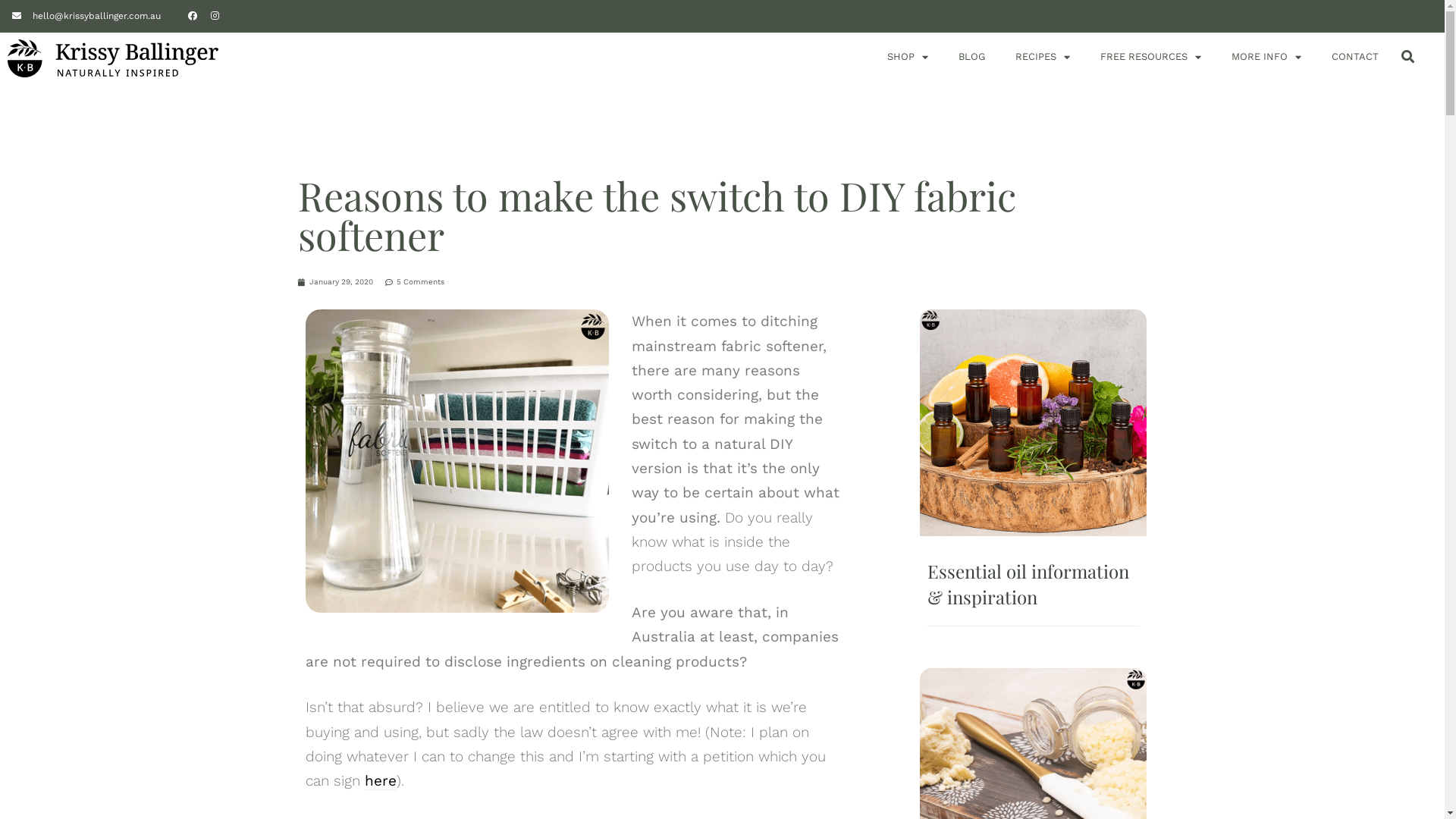 The width and height of the screenshot is (1456, 819). Describe the element at coordinates (1266, 55) in the screenshot. I see `'MORE INFO'` at that location.